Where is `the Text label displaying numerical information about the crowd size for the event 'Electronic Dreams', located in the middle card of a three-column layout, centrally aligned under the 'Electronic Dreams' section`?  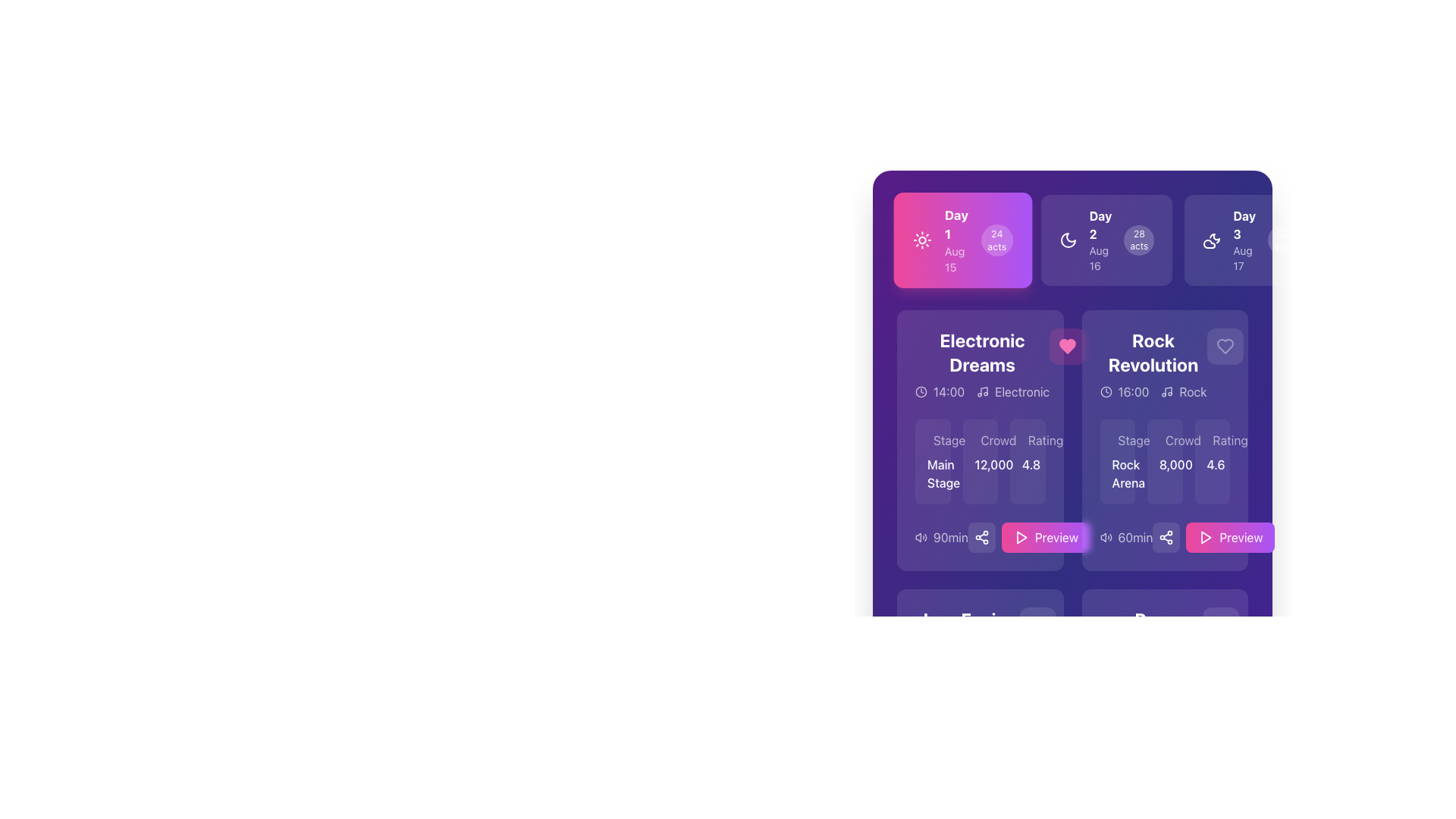
the Text label displaying numerical information about the crowd size for the event 'Electronic Dreams', located in the middle card of a three-column layout, centrally aligned under the 'Electronic Dreams' section is located at coordinates (980, 461).